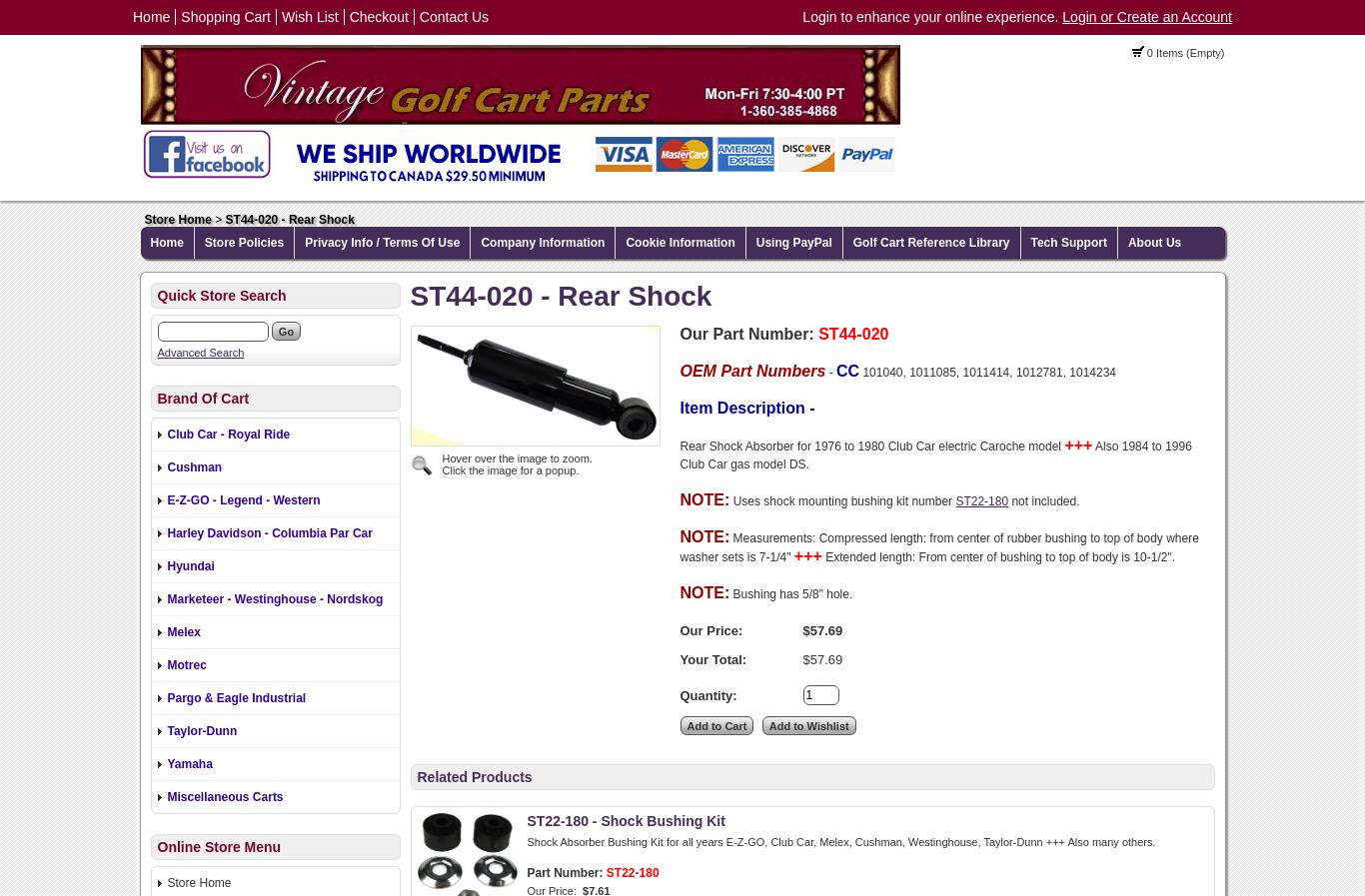 This screenshot has width=1365, height=896. What do you see at coordinates (827, 371) in the screenshot?
I see `'-'` at bounding box center [827, 371].